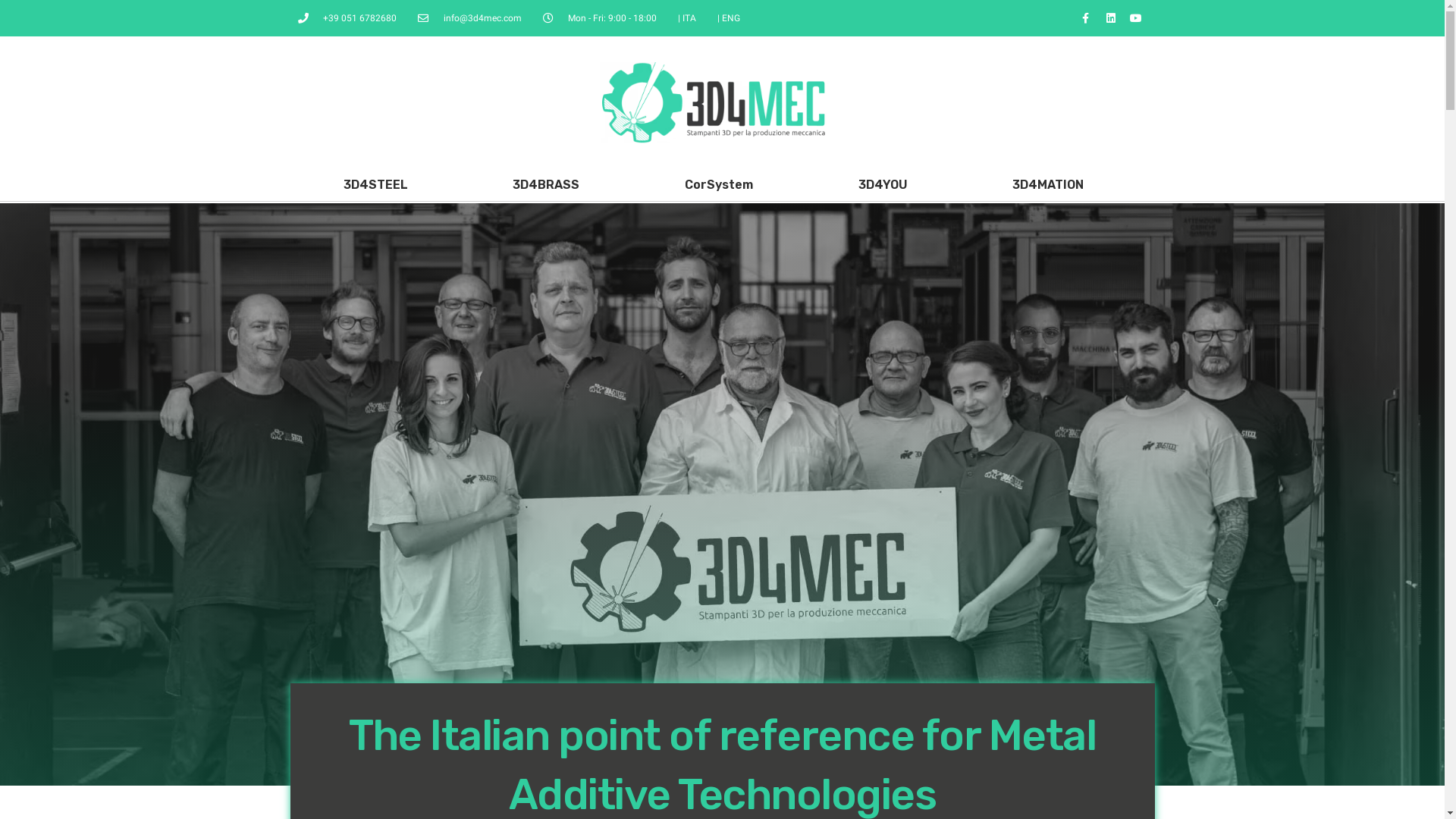 The image size is (1456, 819). Describe the element at coordinates (882, 184) in the screenshot. I see `'3D4YOU'` at that location.